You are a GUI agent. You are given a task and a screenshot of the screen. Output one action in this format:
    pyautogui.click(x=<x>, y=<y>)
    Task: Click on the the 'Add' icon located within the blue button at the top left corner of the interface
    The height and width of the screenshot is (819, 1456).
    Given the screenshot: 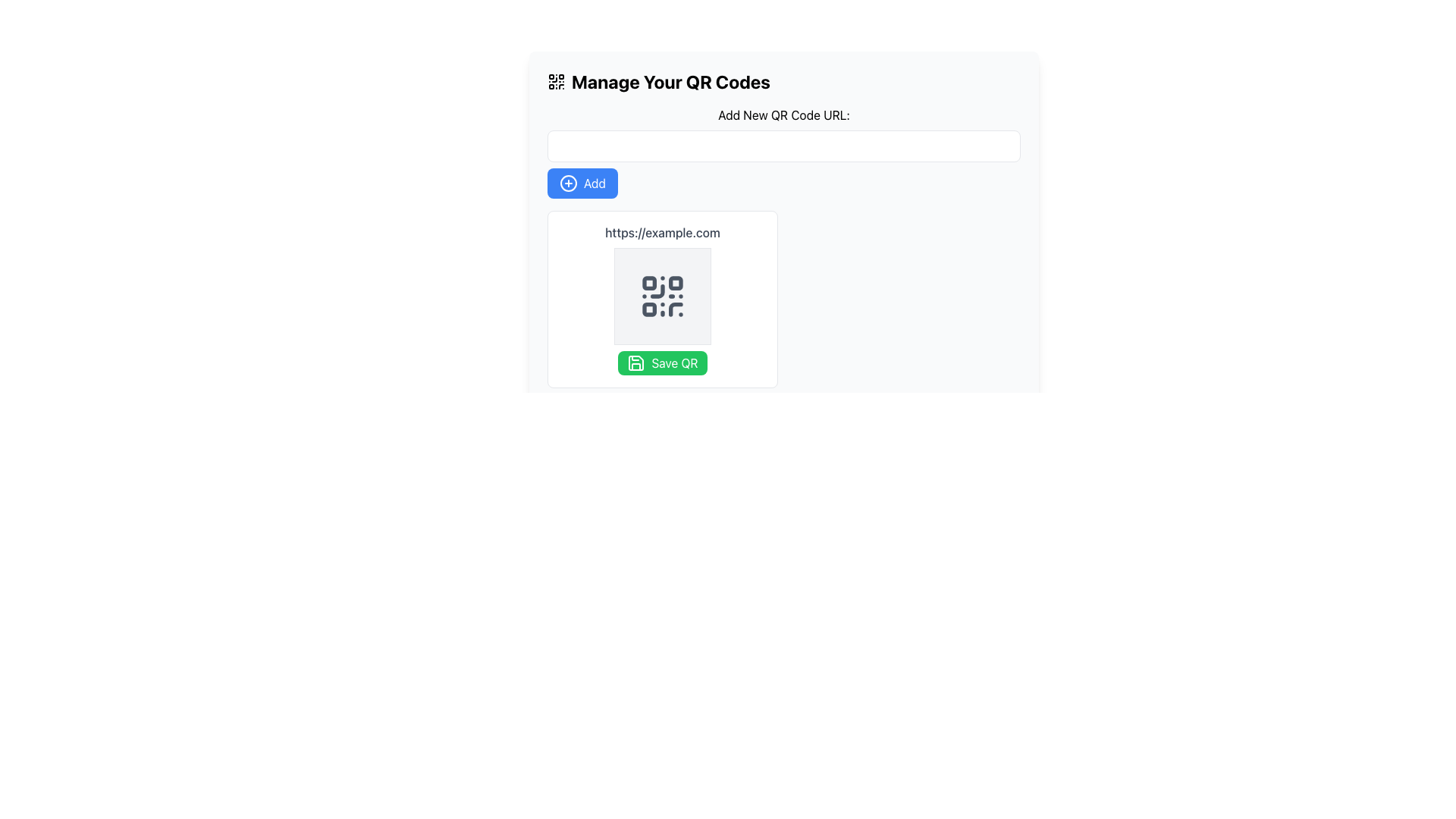 What is the action you would take?
    pyautogui.click(x=567, y=183)
    